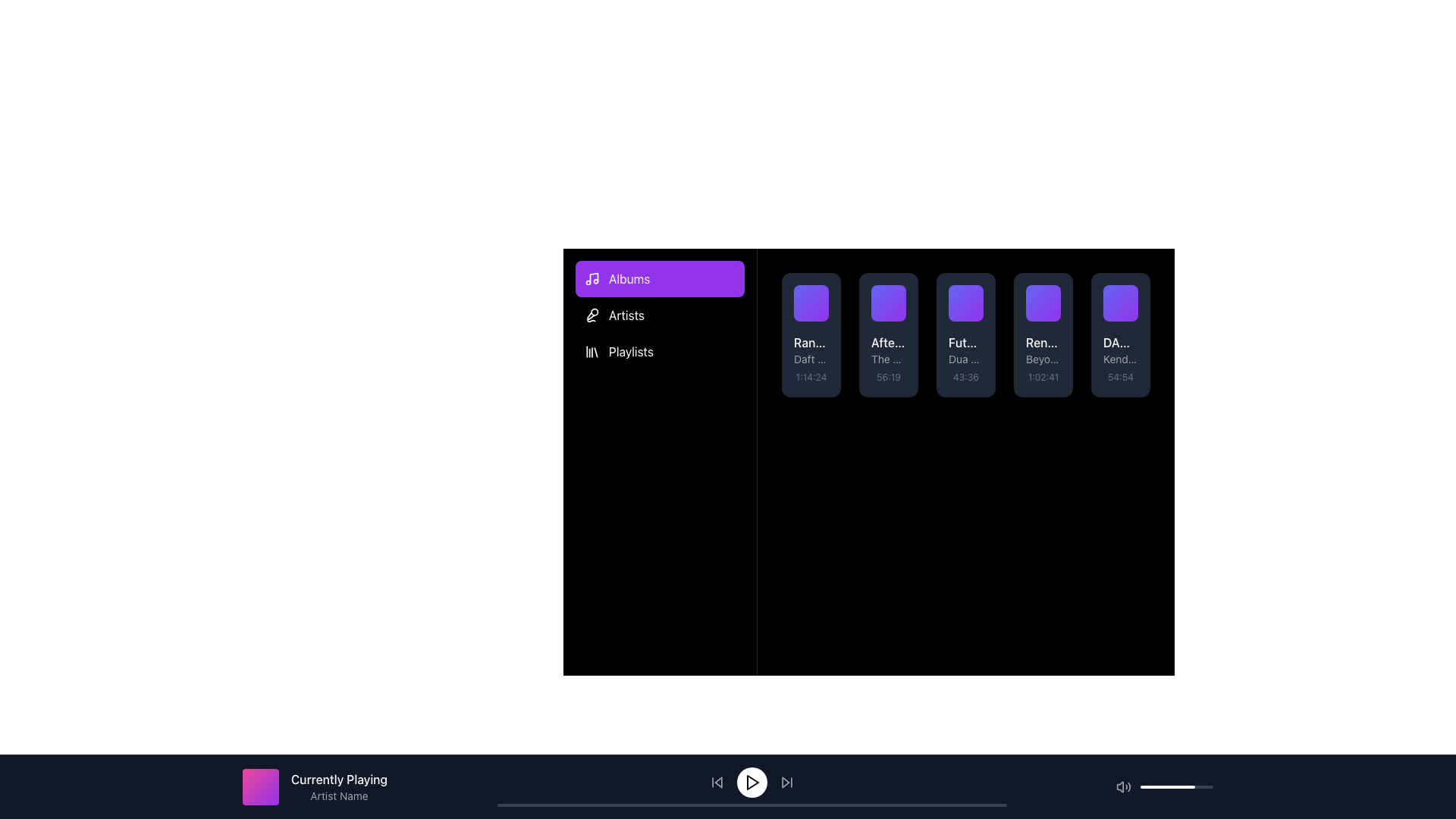 This screenshot has height=819, width=1456. Describe the element at coordinates (752, 783) in the screenshot. I see `the circular play button icon located at the bottom center of the interface` at that location.